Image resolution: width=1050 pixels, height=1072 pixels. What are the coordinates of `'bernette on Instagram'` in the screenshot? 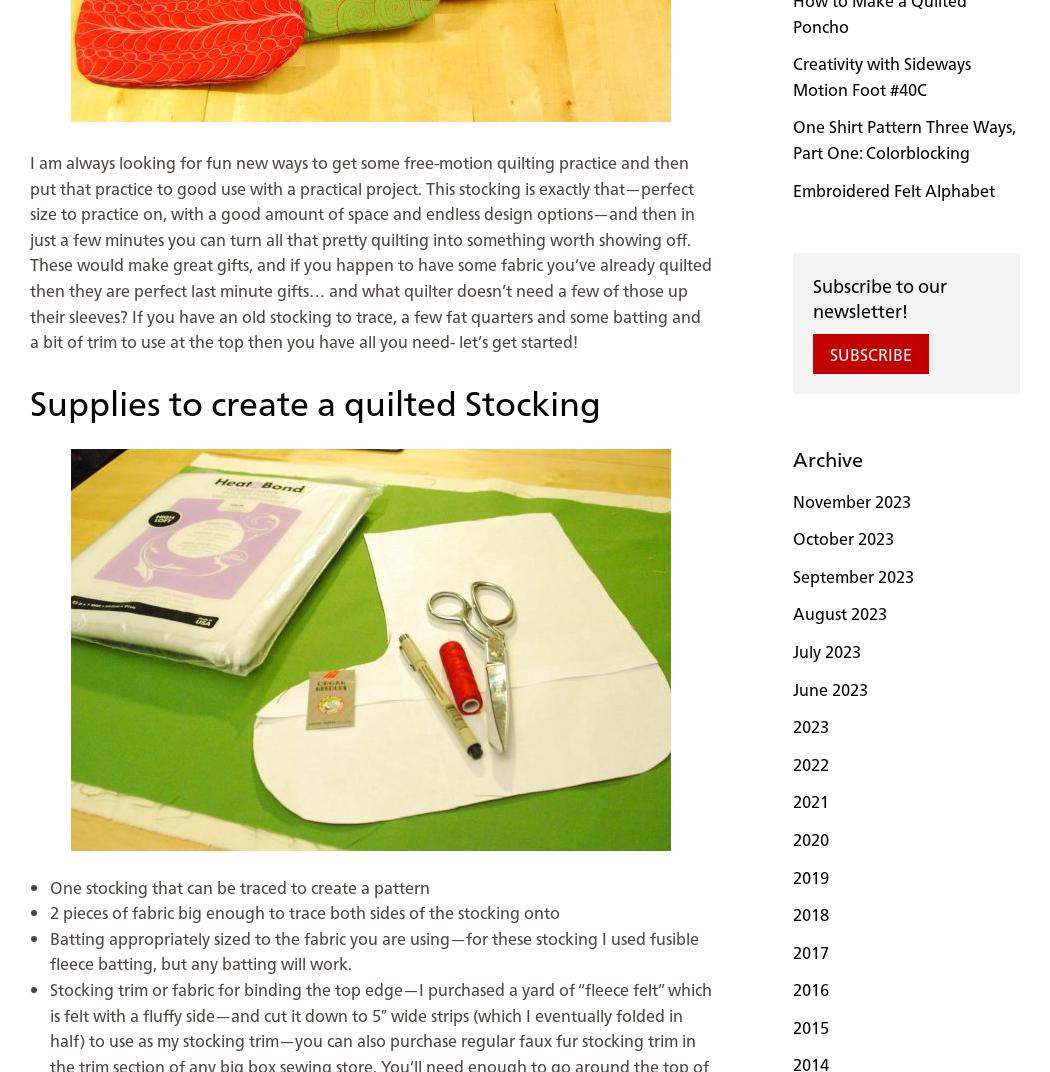 It's located at (920, 929).